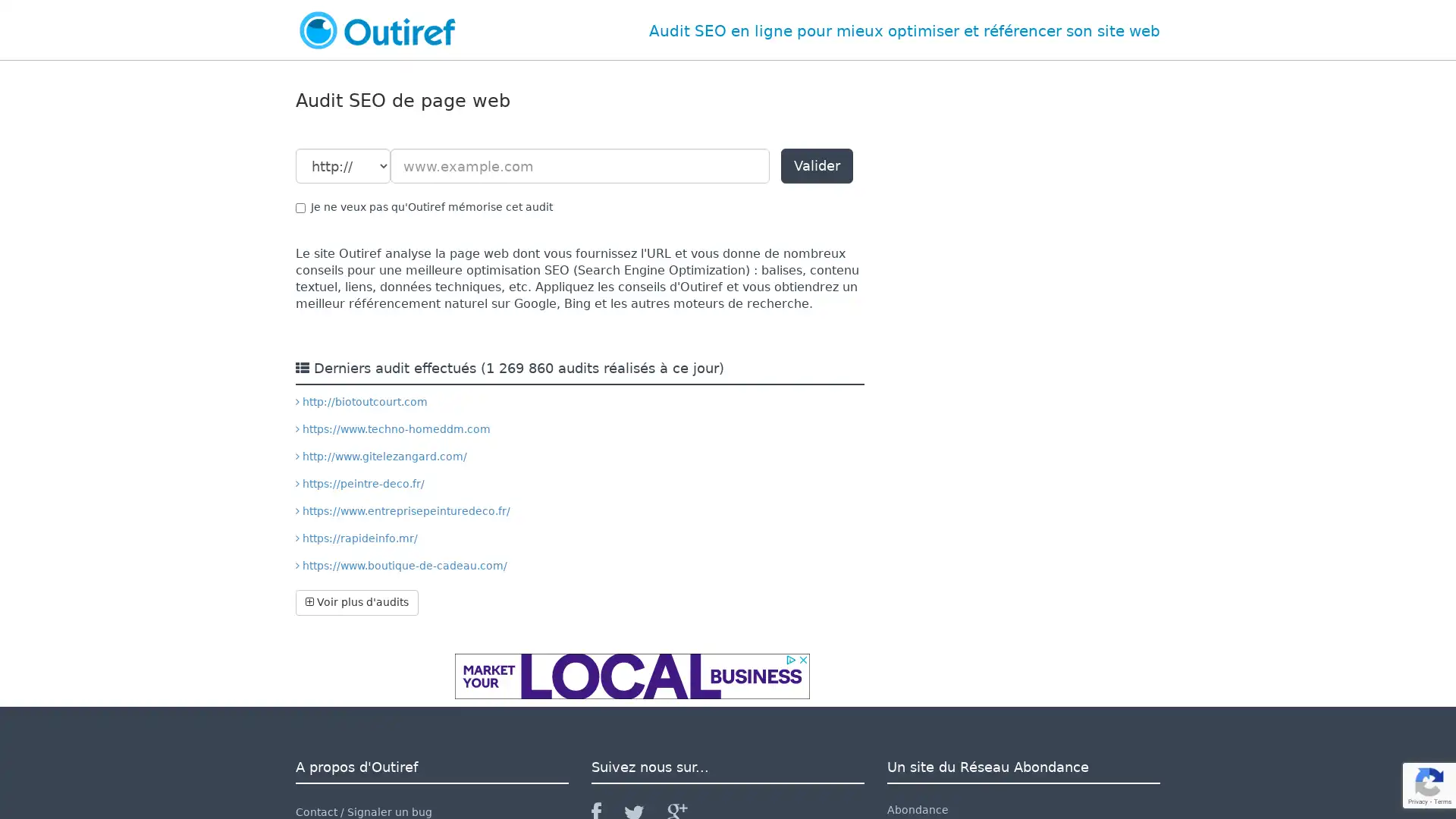 This screenshot has width=1456, height=819. Describe the element at coordinates (816, 166) in the screenshot. I see `Valider` at that location.